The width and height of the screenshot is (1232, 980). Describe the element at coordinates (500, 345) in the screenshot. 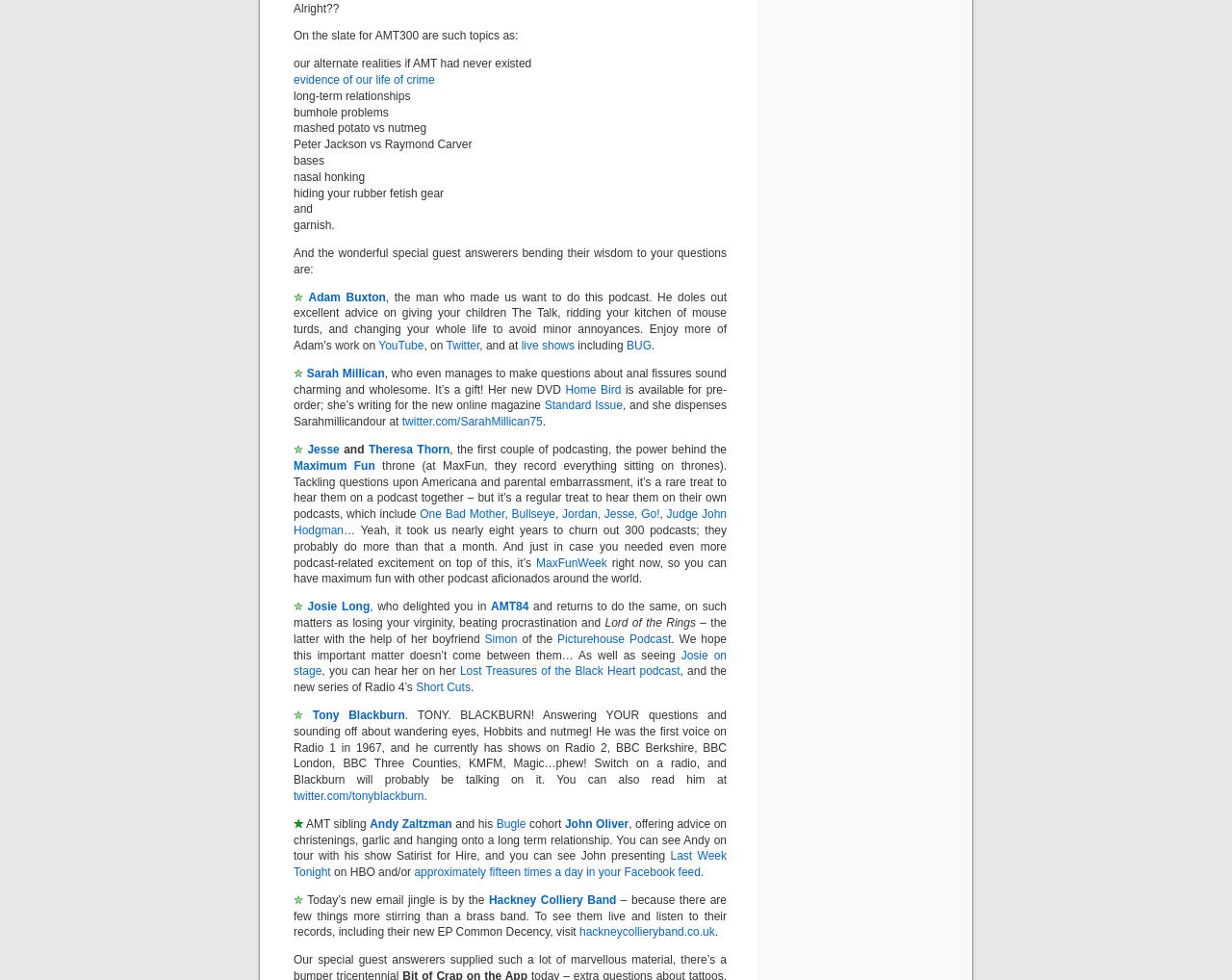

I see `', and at'` at that location.